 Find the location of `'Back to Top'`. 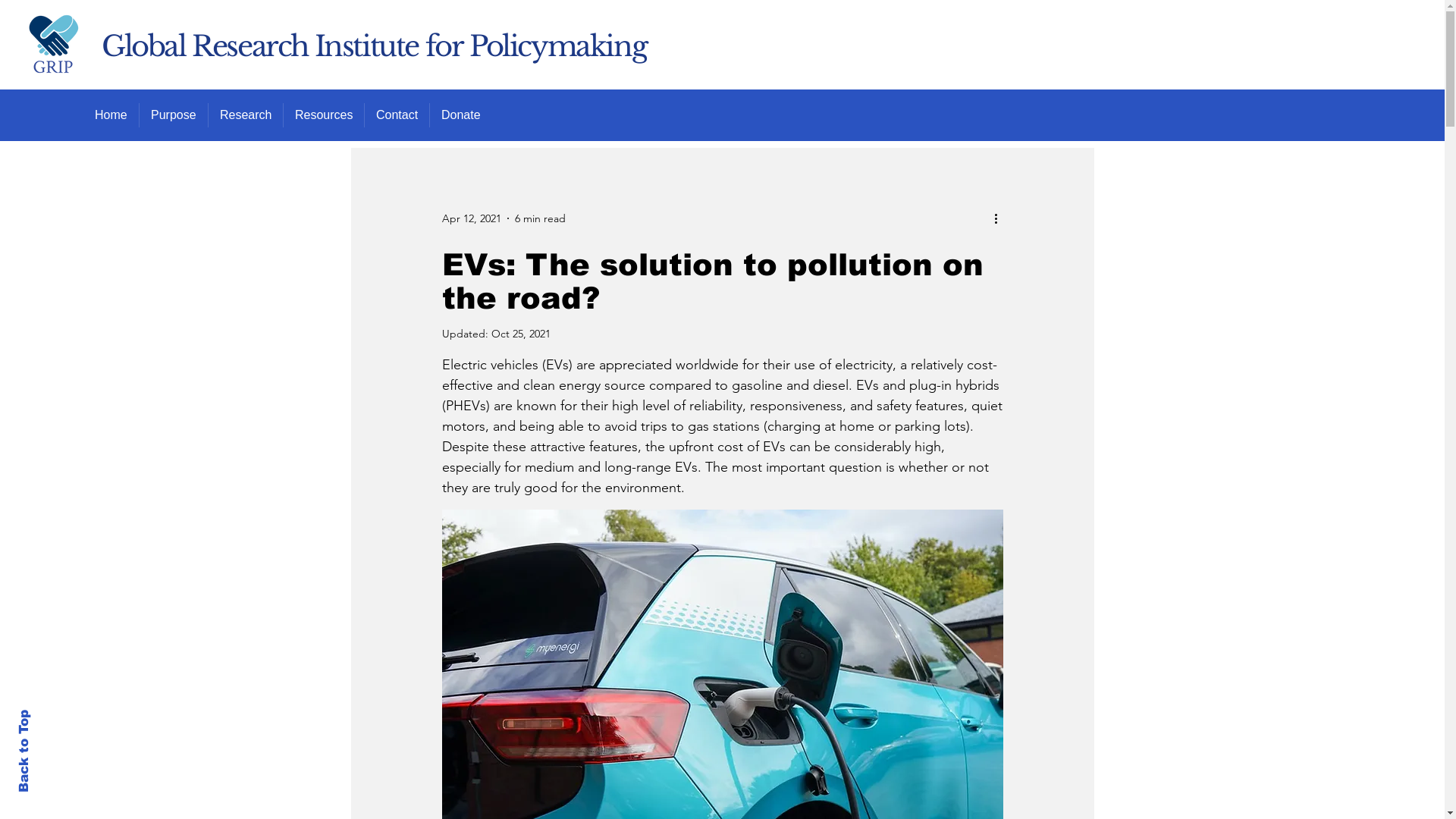

'Back to Top' is located at coordinates (58, 717).